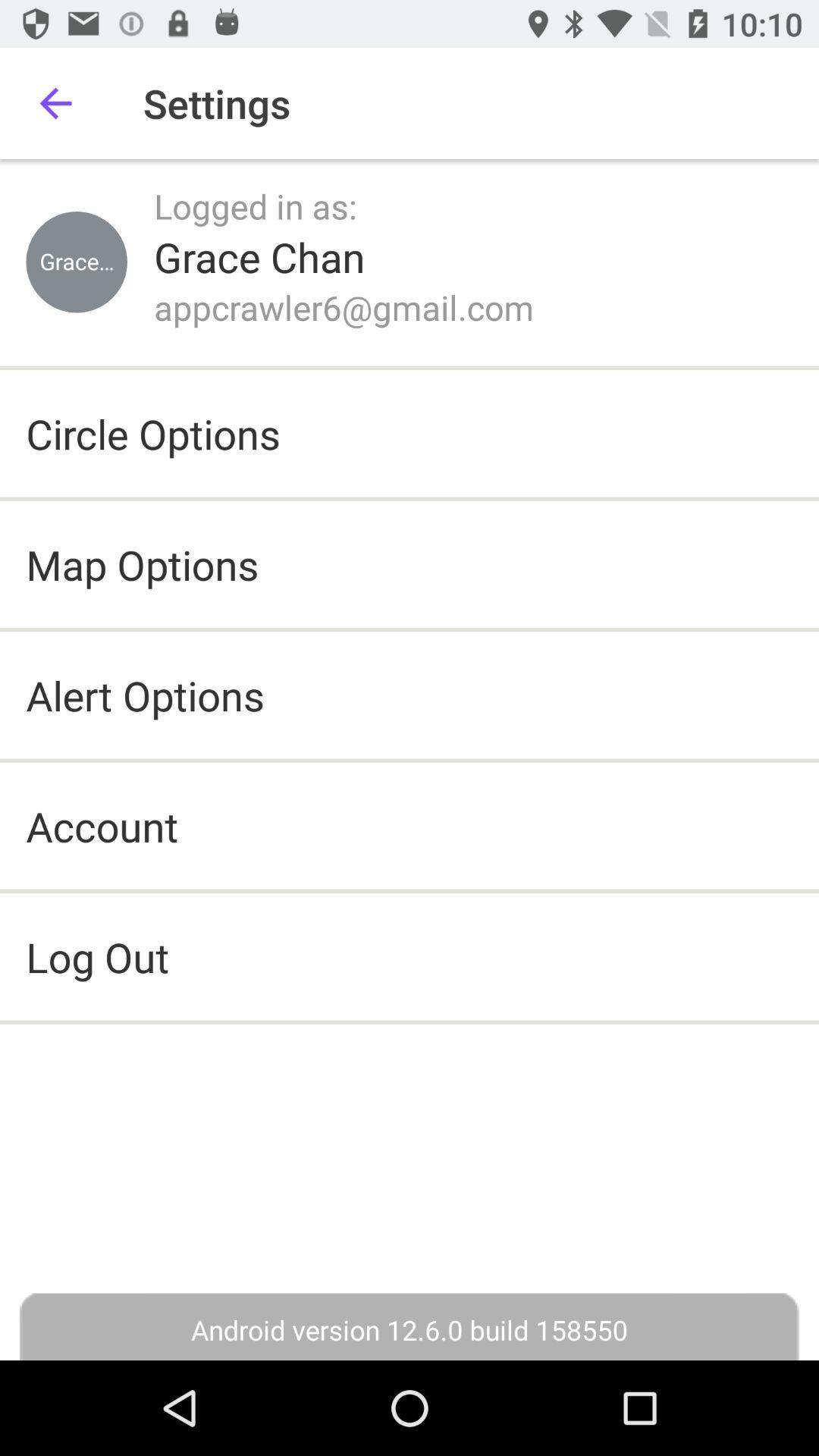 The image size is (819, 1456). I want to click on the item at the center, so click(409, 955).